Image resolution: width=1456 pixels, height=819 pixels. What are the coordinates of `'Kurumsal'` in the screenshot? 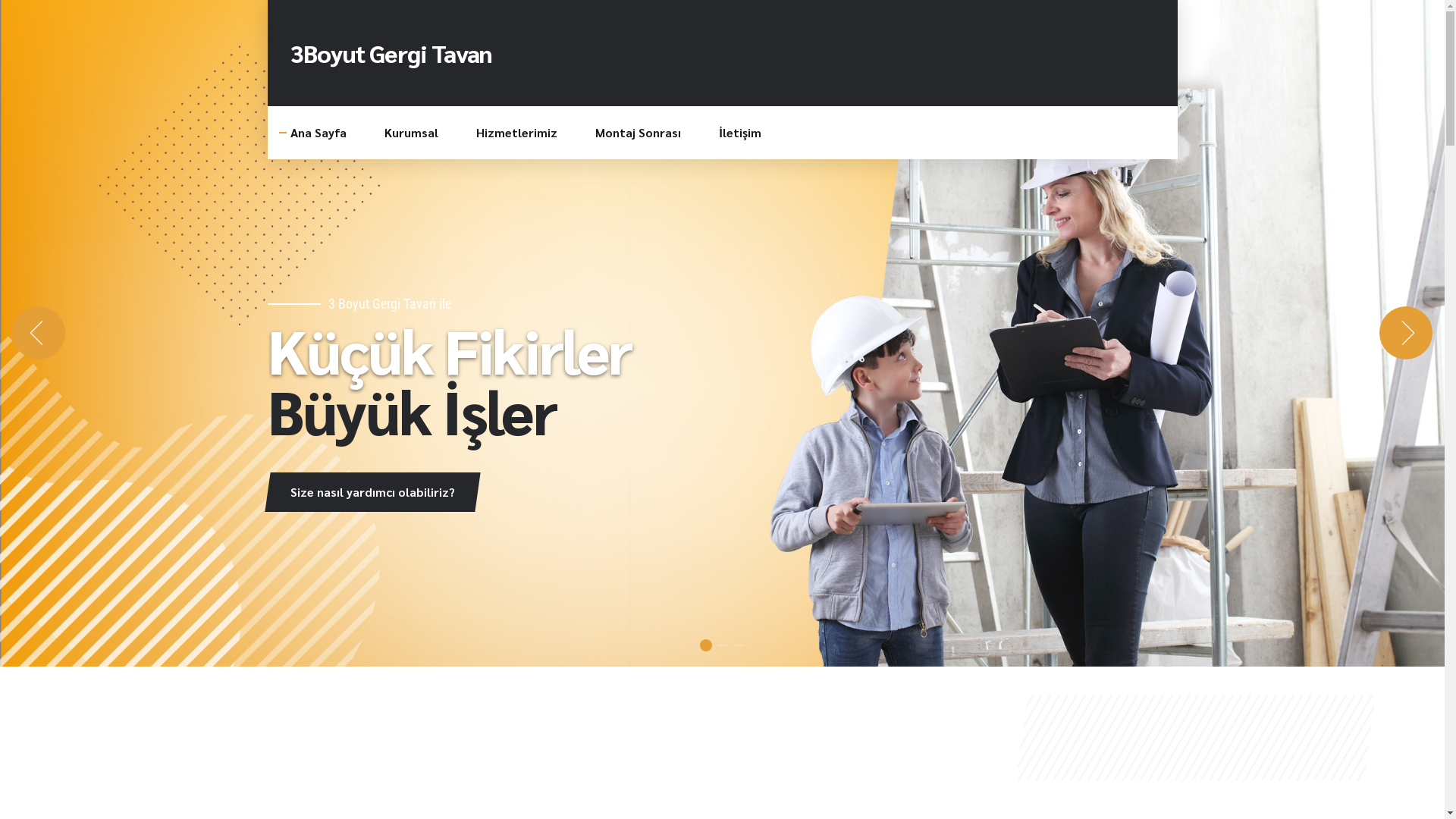 It's located at (410, 131).